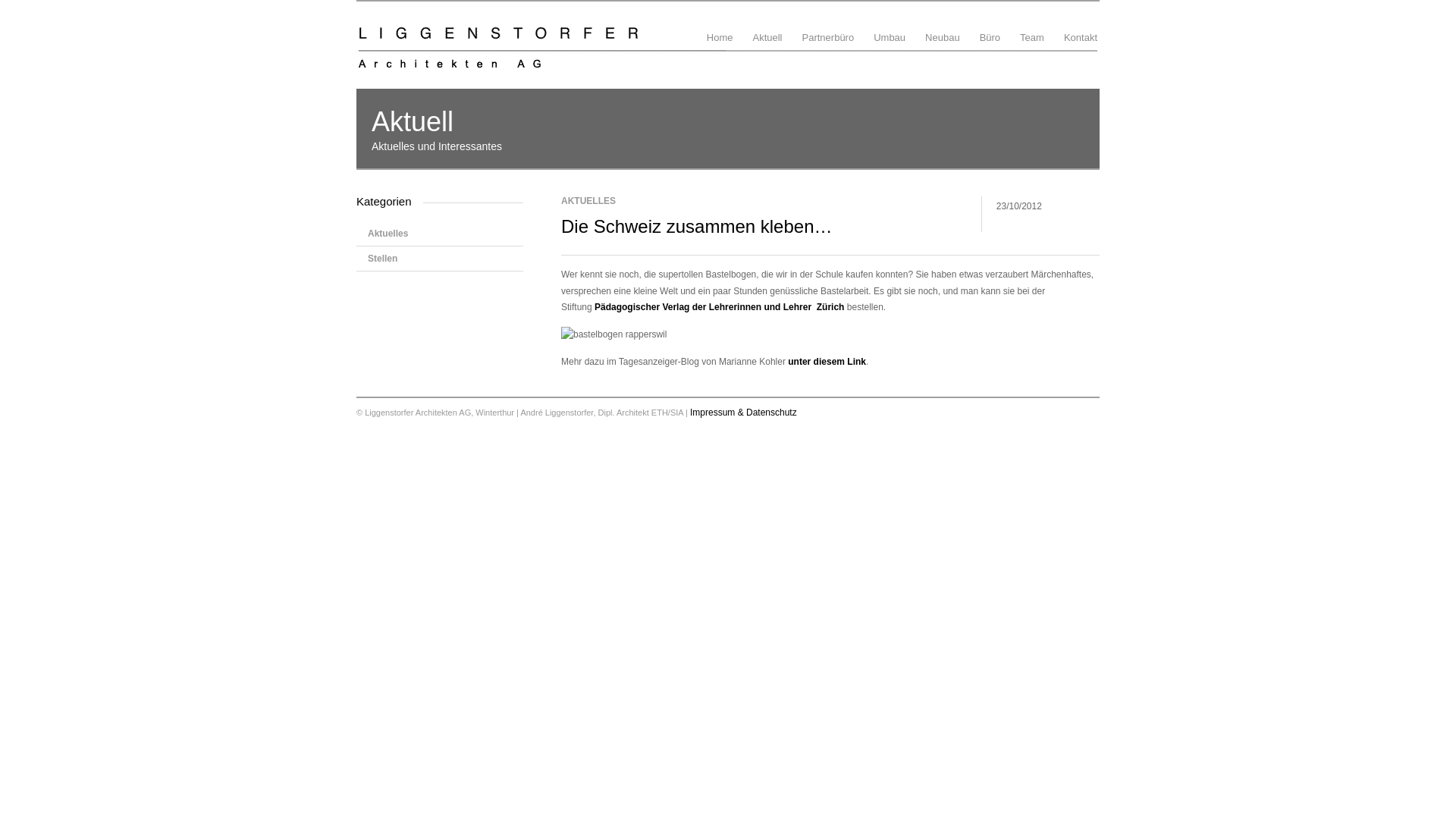 The image size is (1456, 819). Describe the element at coordinates (743, 412) in the screenshot. I see `'Impressum & Datenschutz'` at that location.